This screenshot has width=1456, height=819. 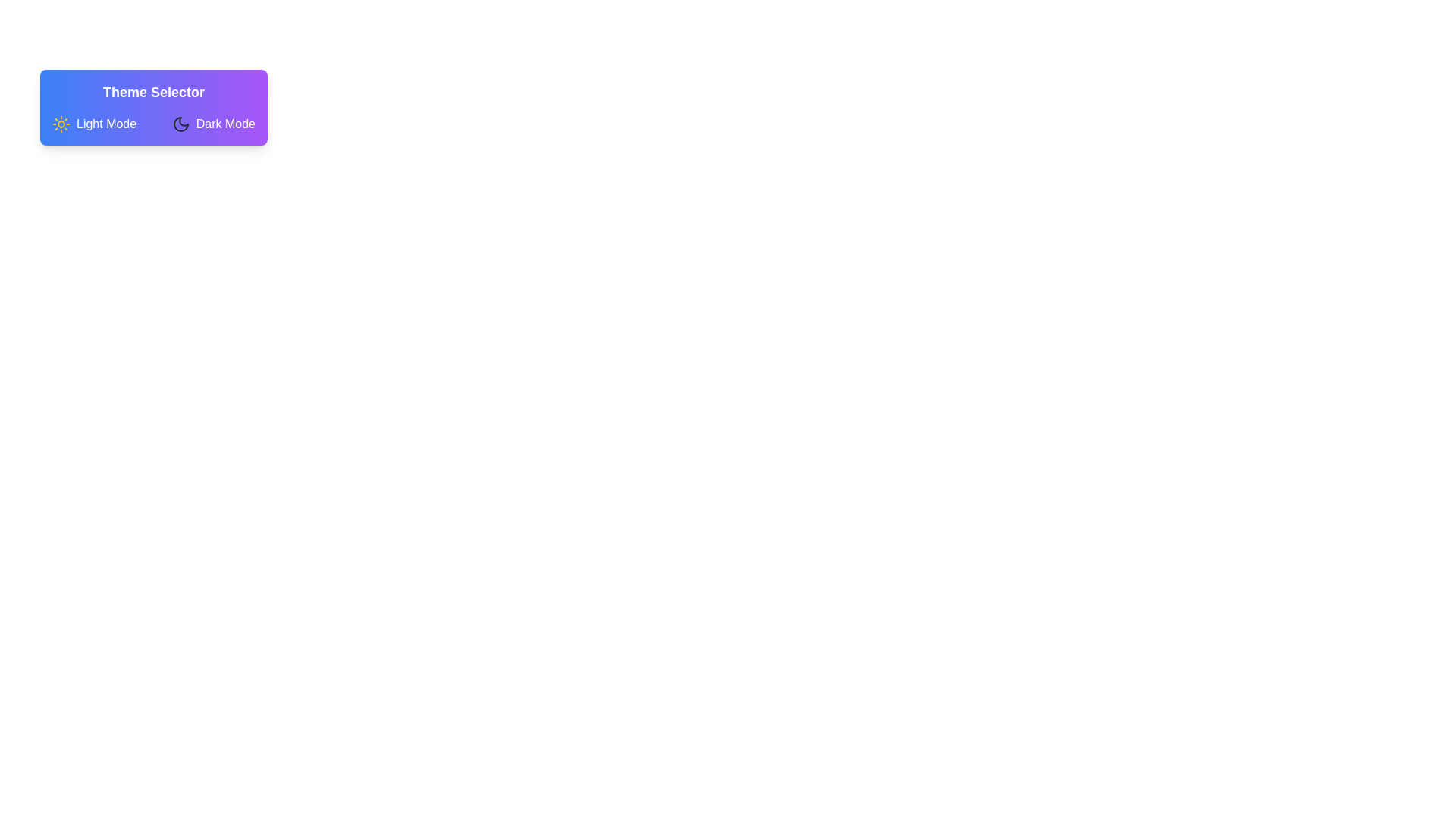 What do you see at coordinates (180, 124) in the screenshot?
I see `the moon-shaped dark mode icon located within the Theme Selector group to toggle its associated functionality` at bounding box center [180, 124].